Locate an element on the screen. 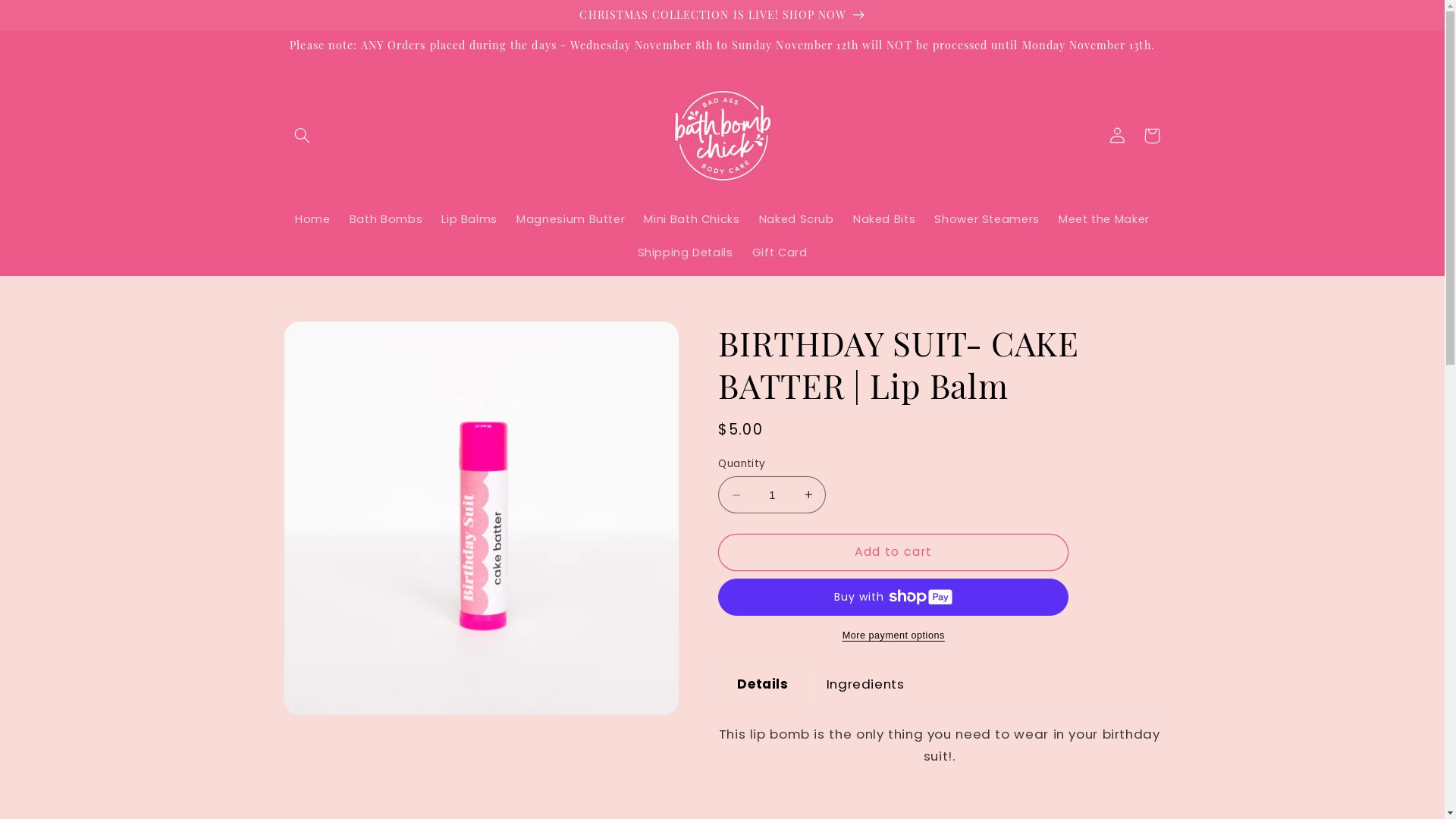 The height and width of the screenshot is (819, 1456). 'Naked Bits' is located at coordinates (884, 219).